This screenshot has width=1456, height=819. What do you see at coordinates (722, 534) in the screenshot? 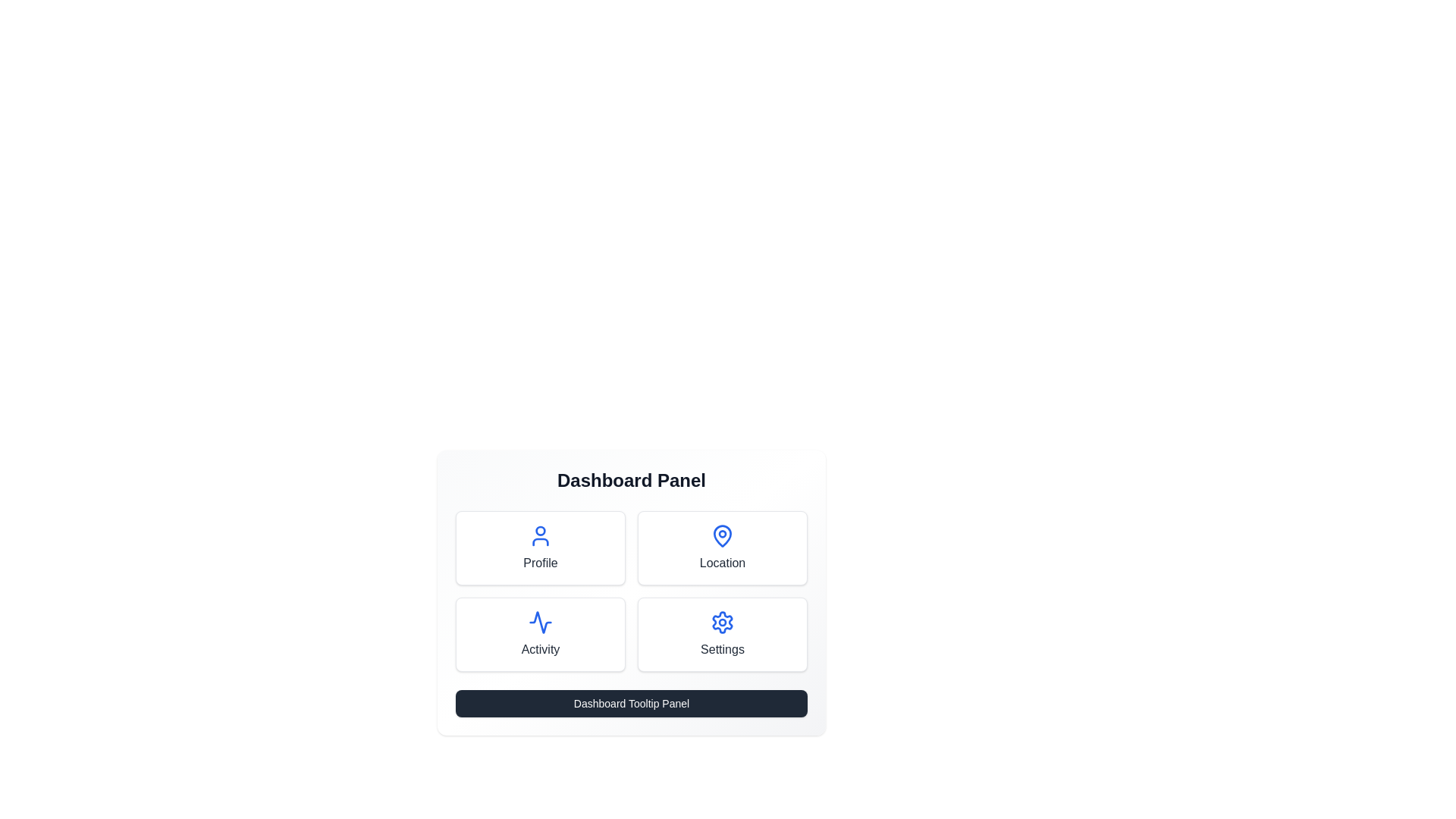
I see `the 'Location' icon located in the middle-right of the 'Dashboard Panel', which is situated above the label 'Location'` at bounding box center [722, 534].